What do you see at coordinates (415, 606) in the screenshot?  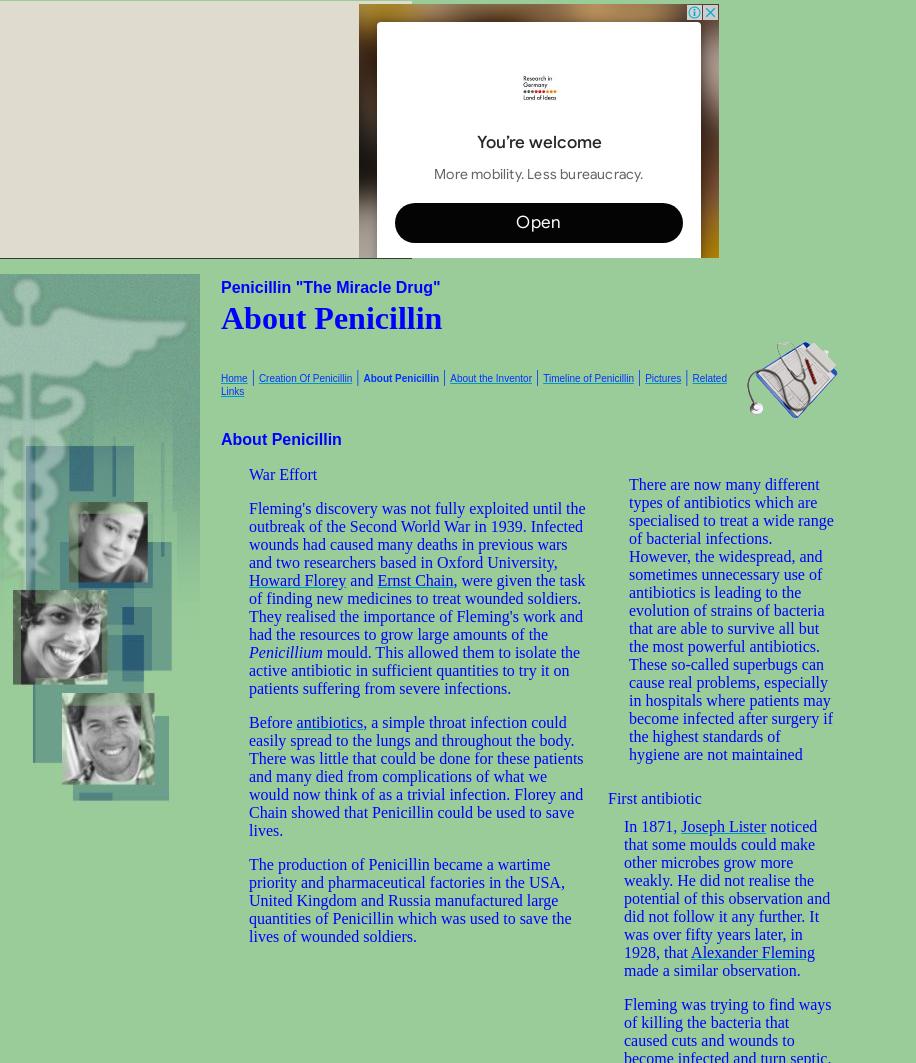 I see `', were given the task of finding new medicines to treat wounded soldiers.
                                             They realised the importance of Fleming's work and had the resources to grow large amounts of the'` at bounding box center [415, 606].